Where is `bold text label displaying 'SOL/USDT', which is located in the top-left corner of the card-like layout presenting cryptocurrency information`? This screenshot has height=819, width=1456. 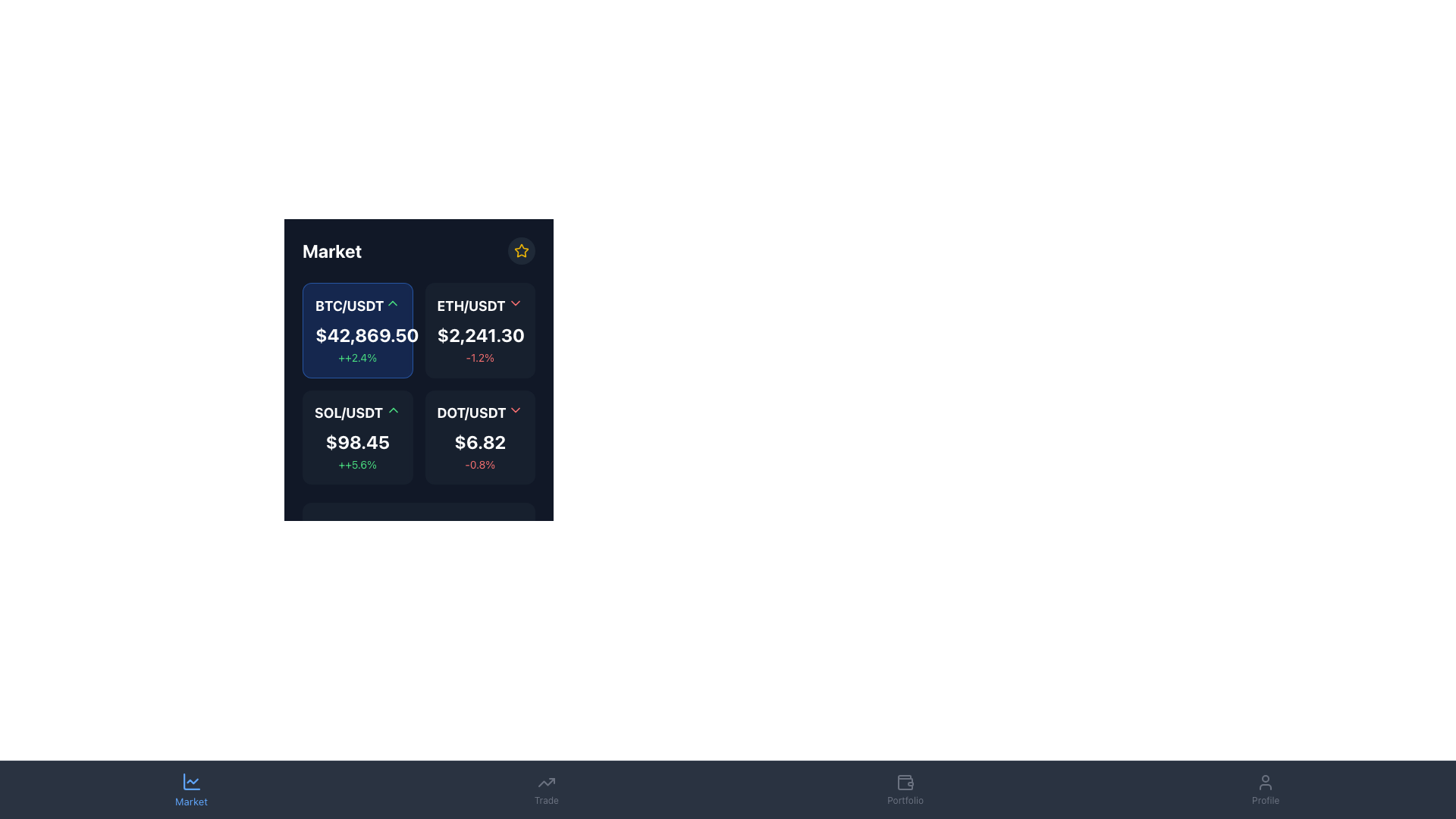
bold text label displaying 'SOL/USDT', which is located in the top-left corner of the card-like layout presenting cryptocurrency information is located at coordinates (348, 413).